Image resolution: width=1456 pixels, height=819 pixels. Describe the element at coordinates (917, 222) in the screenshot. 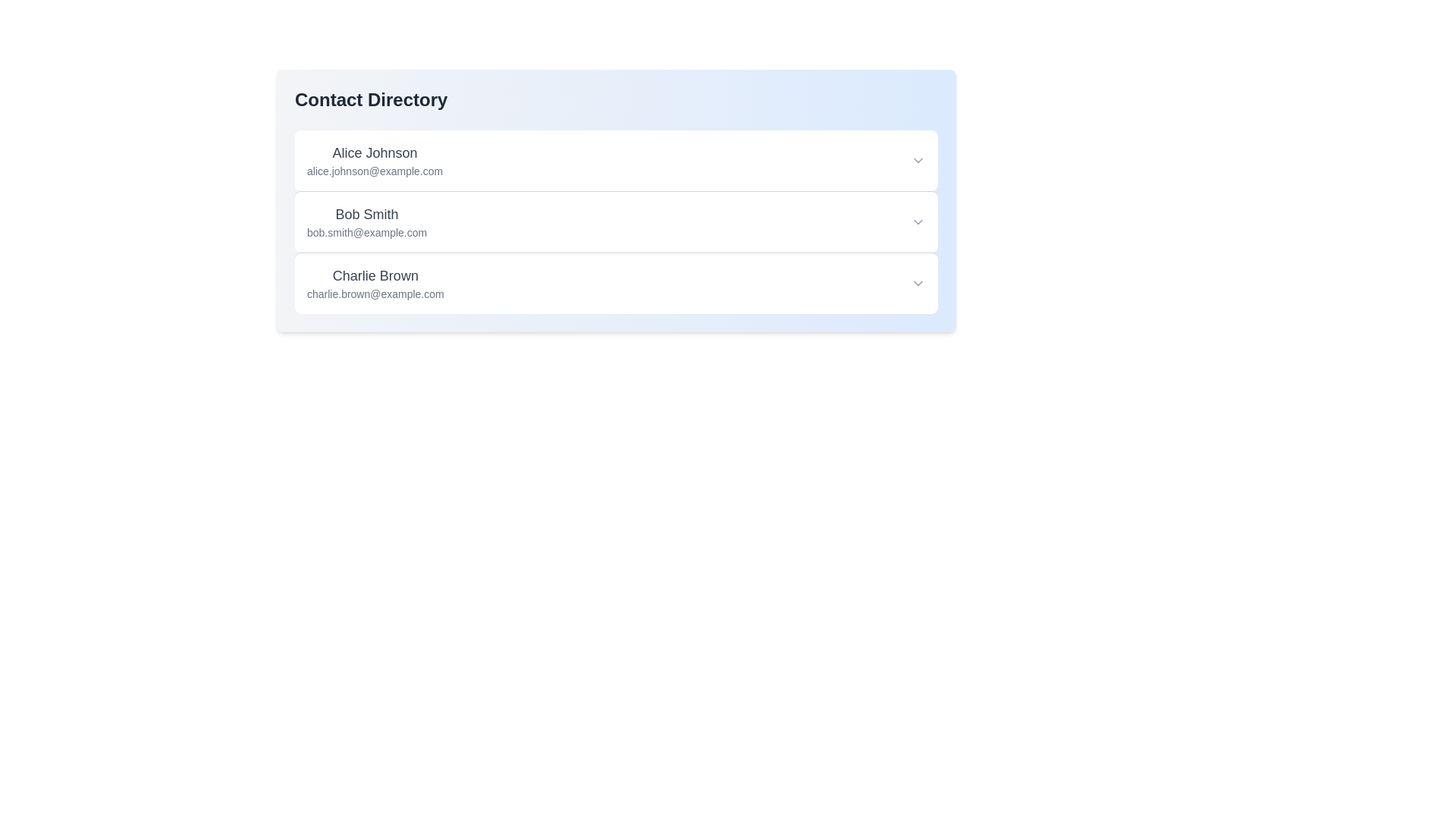

I see `the dropdown toggle button located at the far-right edge of the section containing contact information for 'Bob Smith'` at that location.